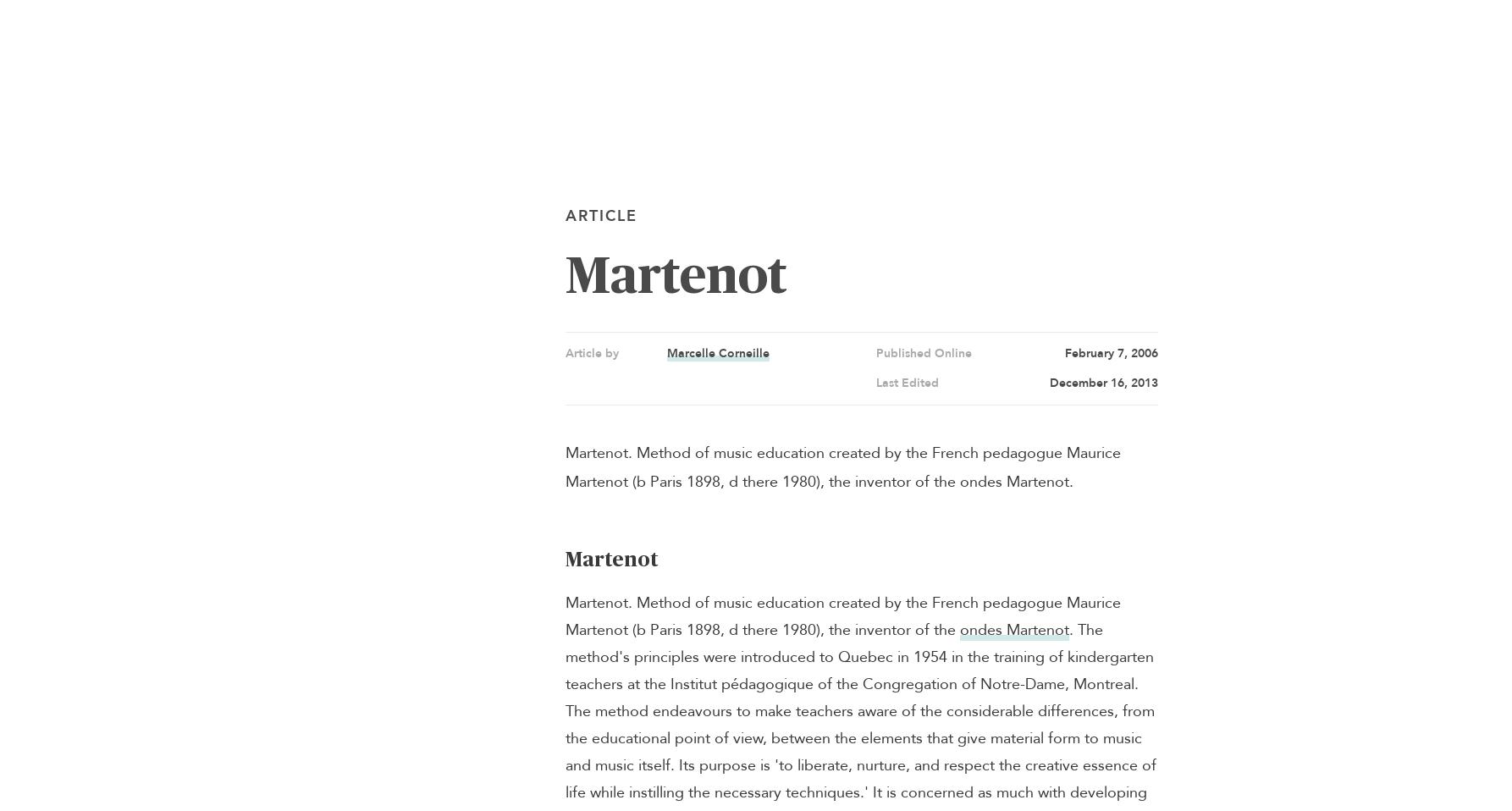  What do you see at coordinates (708, 780) in the screenshot?
I see `'British Commonwealth Air Training Plan'` at bounding box center [708, 780].